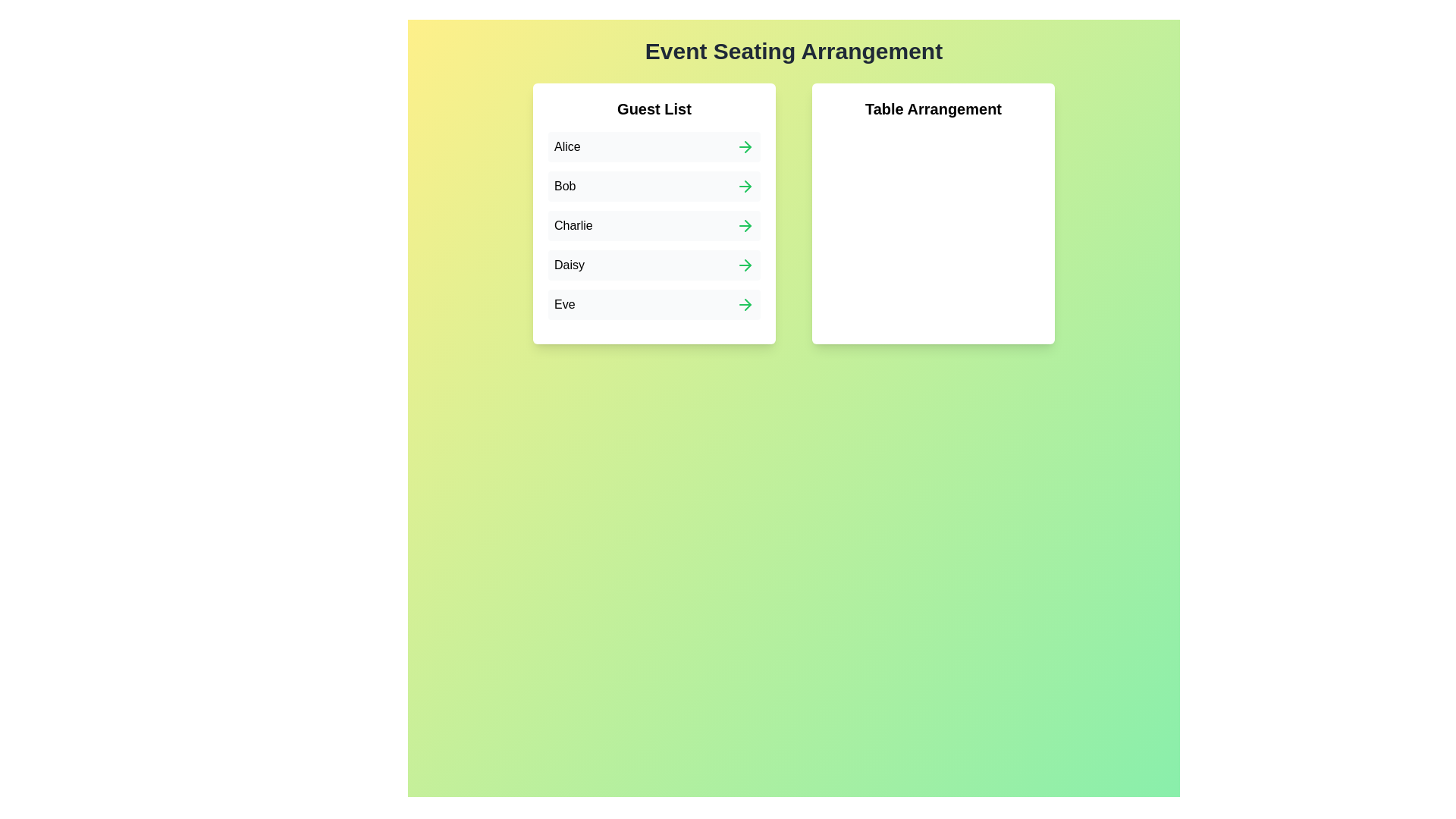 Image resolution: width=1456 pixels, height=819 pixels. I want to click on the arrow next to Charlie in the Guest List to add them to the Table Arrangement, so click(745, 225).